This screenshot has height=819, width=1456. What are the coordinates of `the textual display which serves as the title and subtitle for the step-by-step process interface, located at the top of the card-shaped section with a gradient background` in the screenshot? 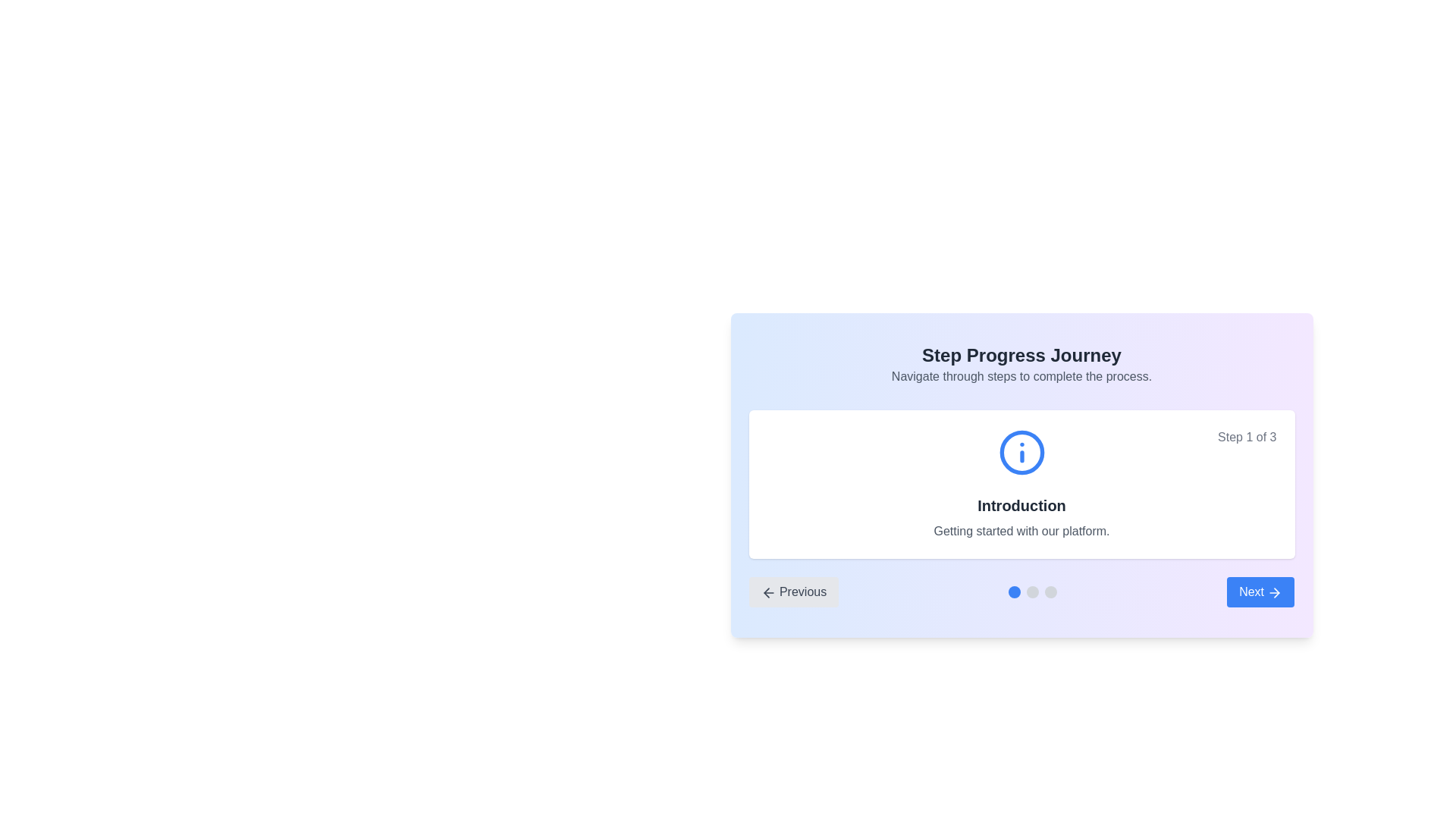 It's located at (1021, 365).